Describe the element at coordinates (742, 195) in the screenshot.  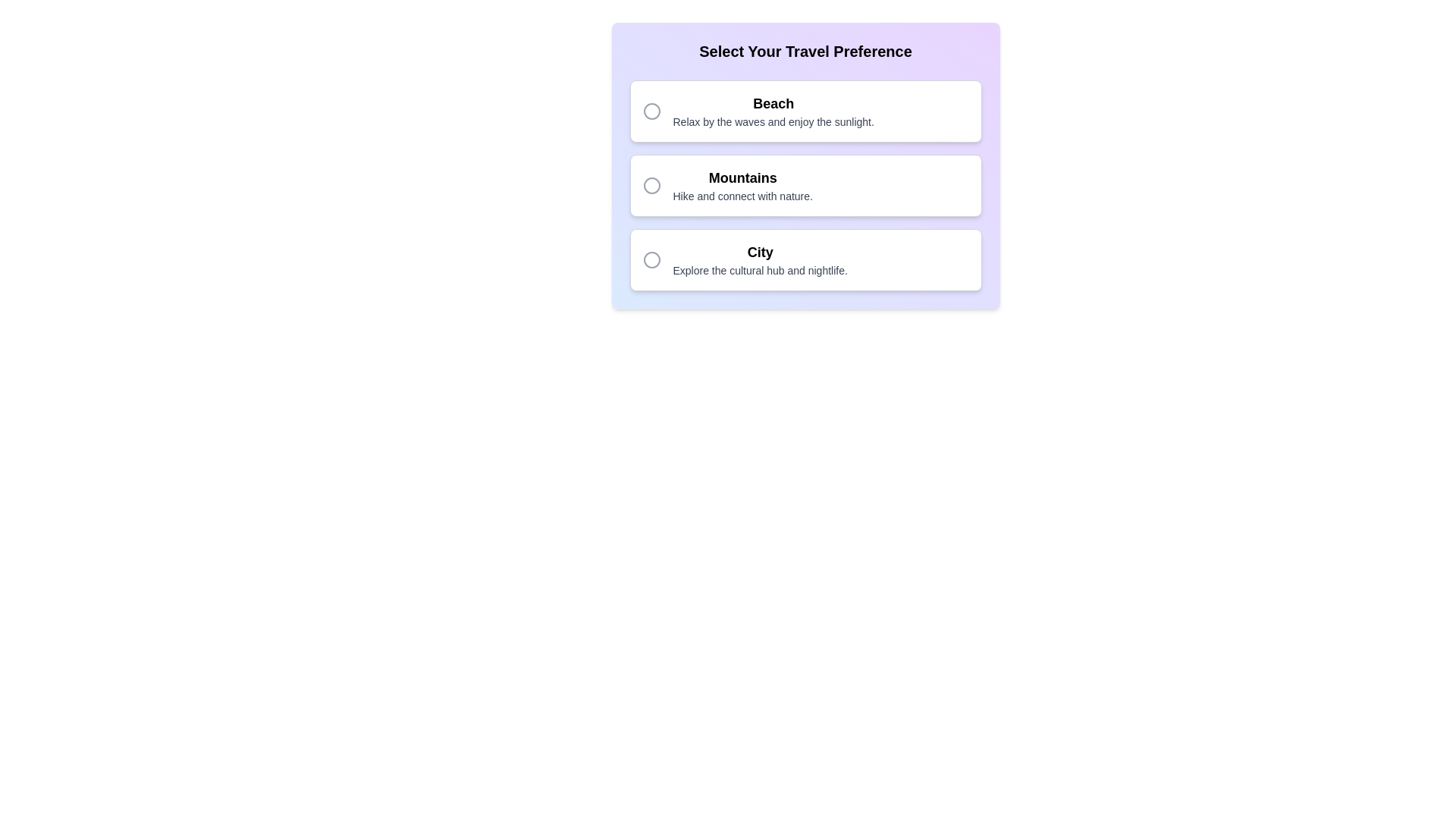
I see `the descriptive text label that provides additional information about the 'Mountains' travel preference, which is positioned immediately below the bold 'Mountains' title` at that location.